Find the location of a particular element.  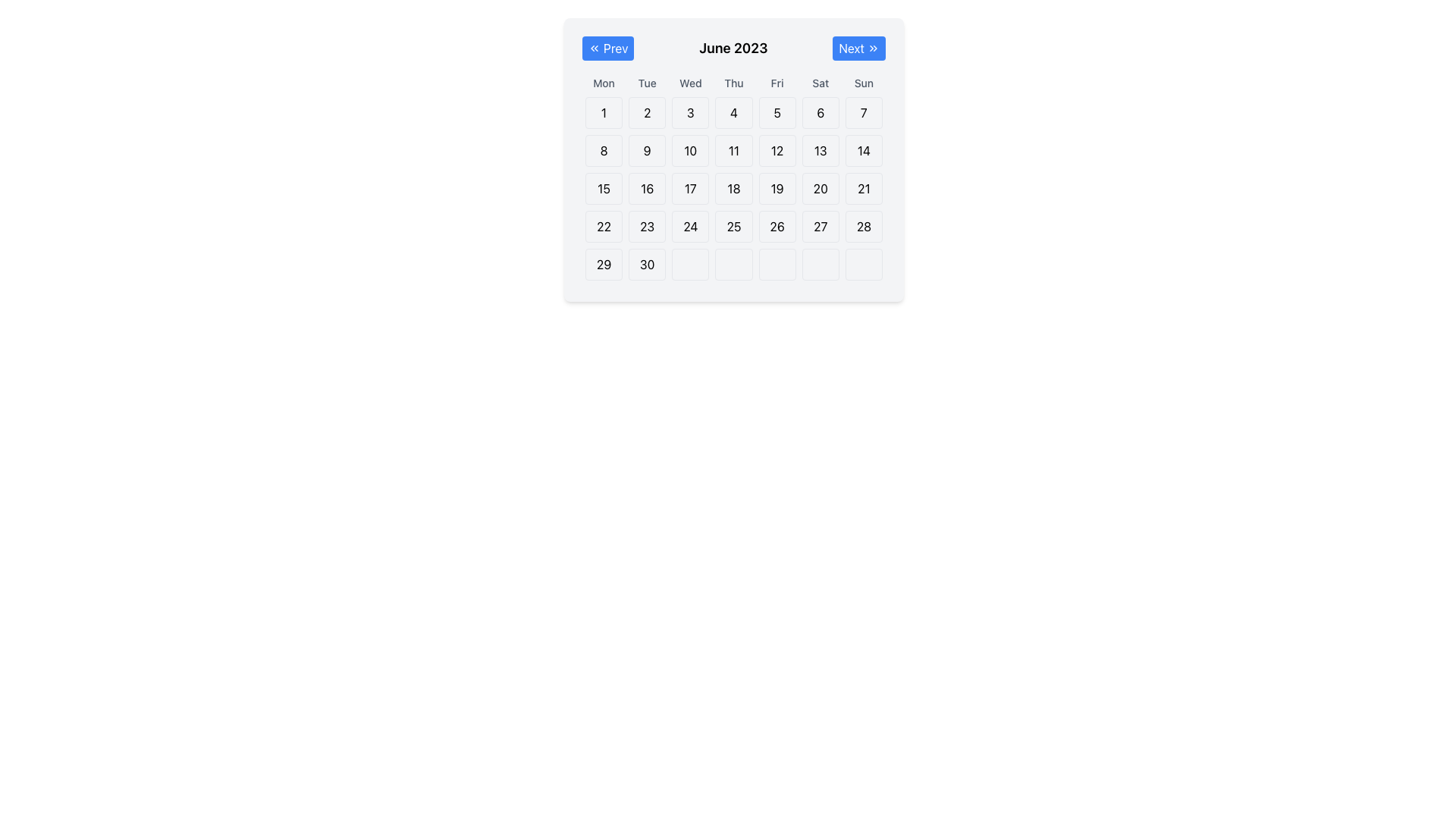

the button representing the selectable date (the 19th) in the calendar interface is located at coordinates (777, 188).